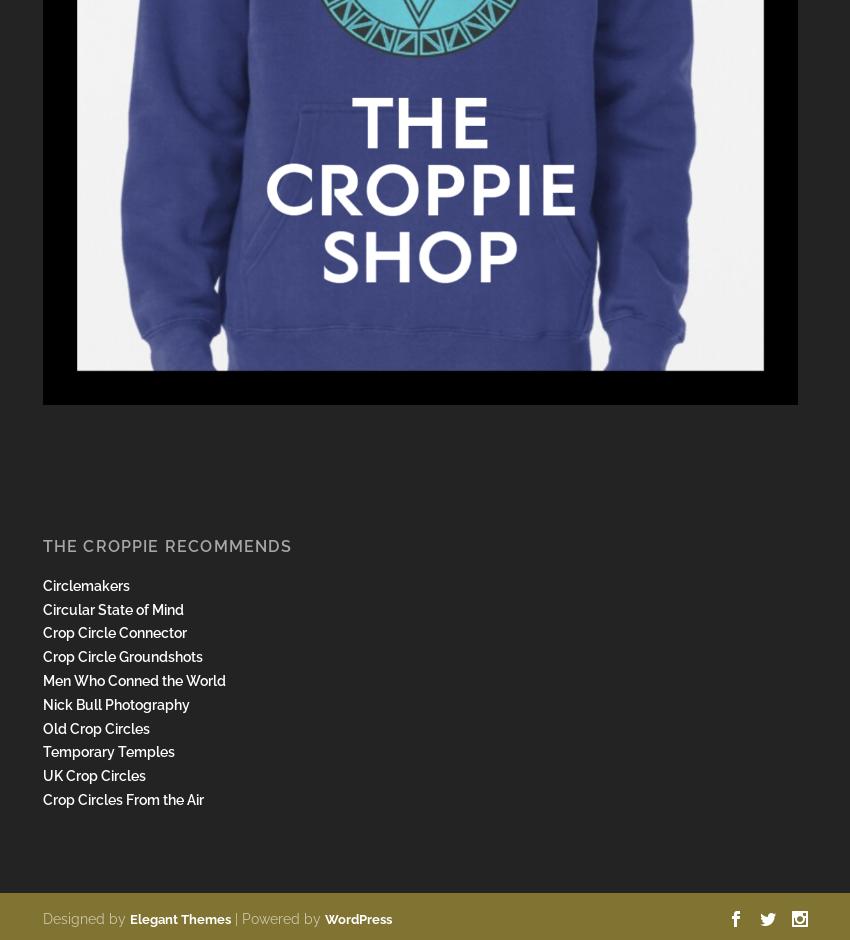 Image resolution: width=850 pixels, height=940 pixels. What do you see at coordinates (94, 728) in the screenshot?
I see `'Old Crop Circles'` at bounding box center [94, 728].